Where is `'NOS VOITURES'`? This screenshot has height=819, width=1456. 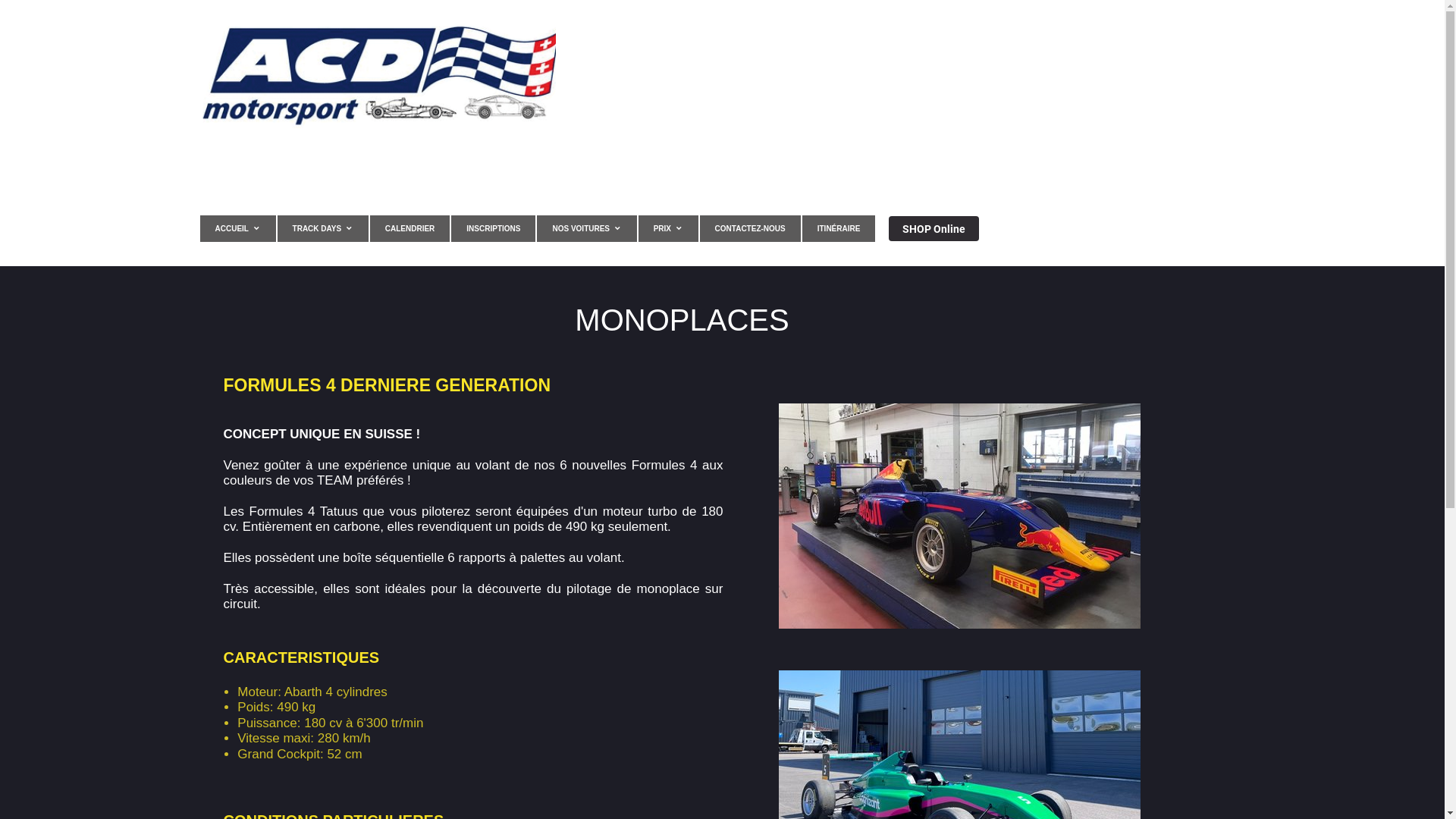 'NOS VOITURES' is located at coordinates (537, 228).